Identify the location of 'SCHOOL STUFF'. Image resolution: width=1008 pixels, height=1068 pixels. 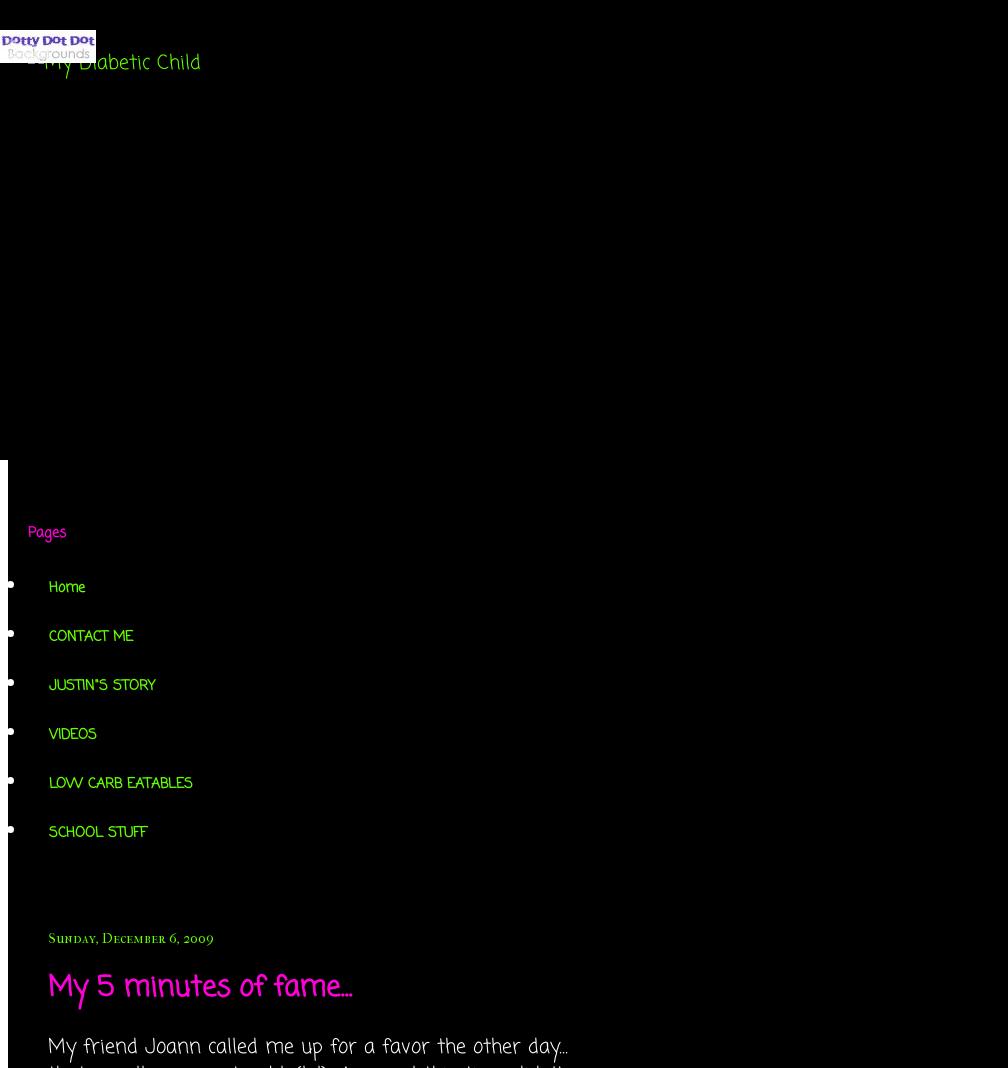
(97, 832).